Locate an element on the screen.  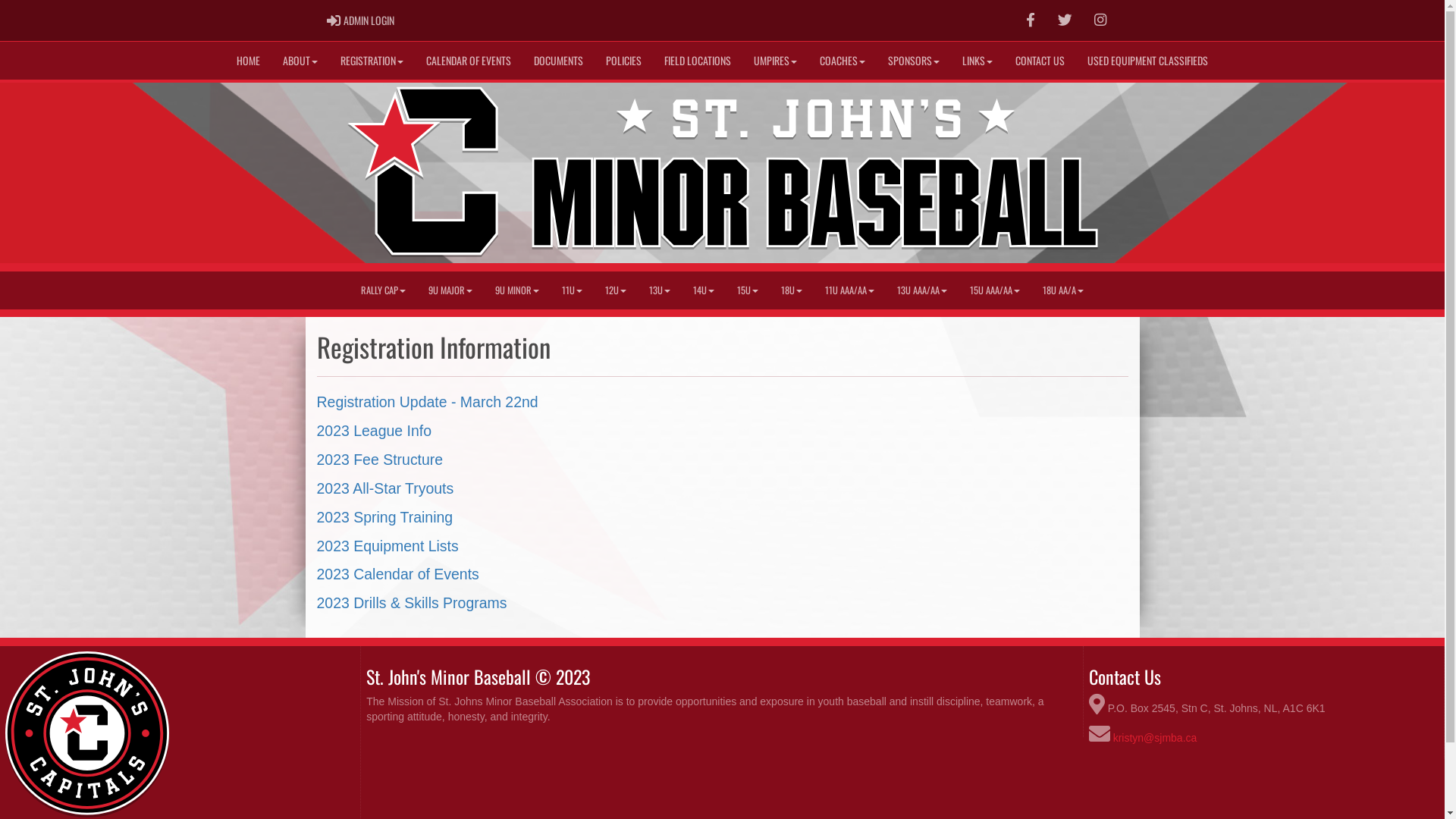
'13U' is located at coordinates (659, 290).